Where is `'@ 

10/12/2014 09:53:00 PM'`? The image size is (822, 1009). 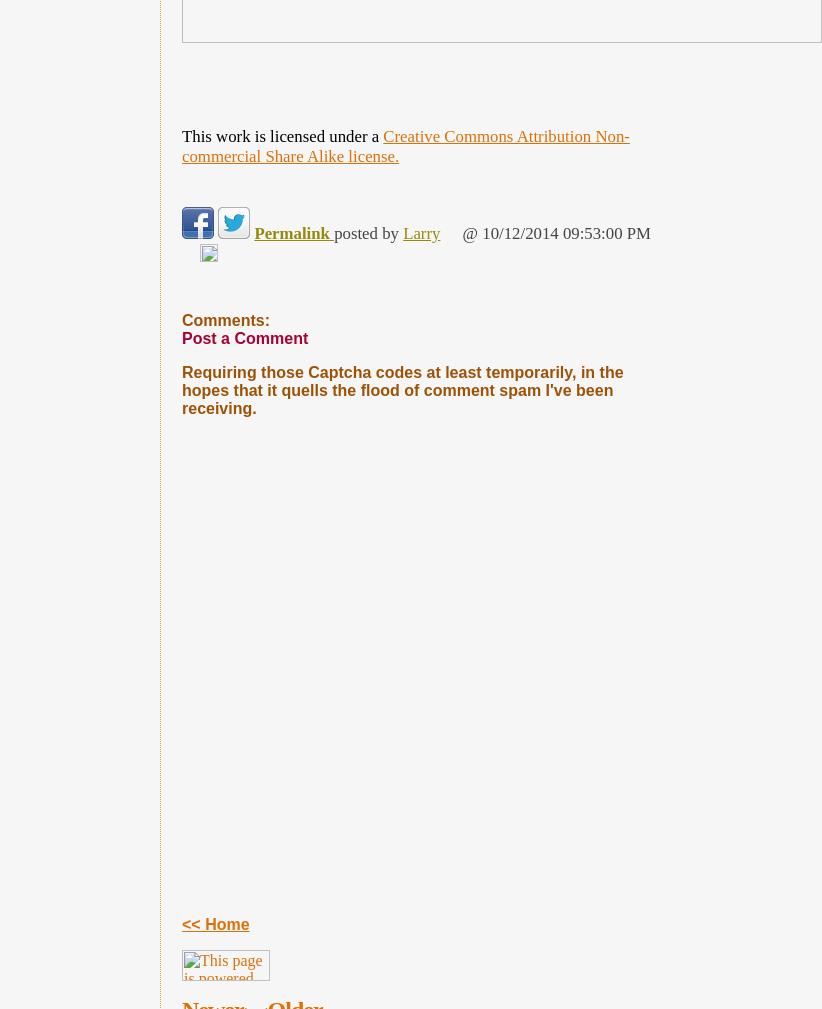
'@ 

10/12/2014 09:53:00 PM' is located at coordinates (458, 232).